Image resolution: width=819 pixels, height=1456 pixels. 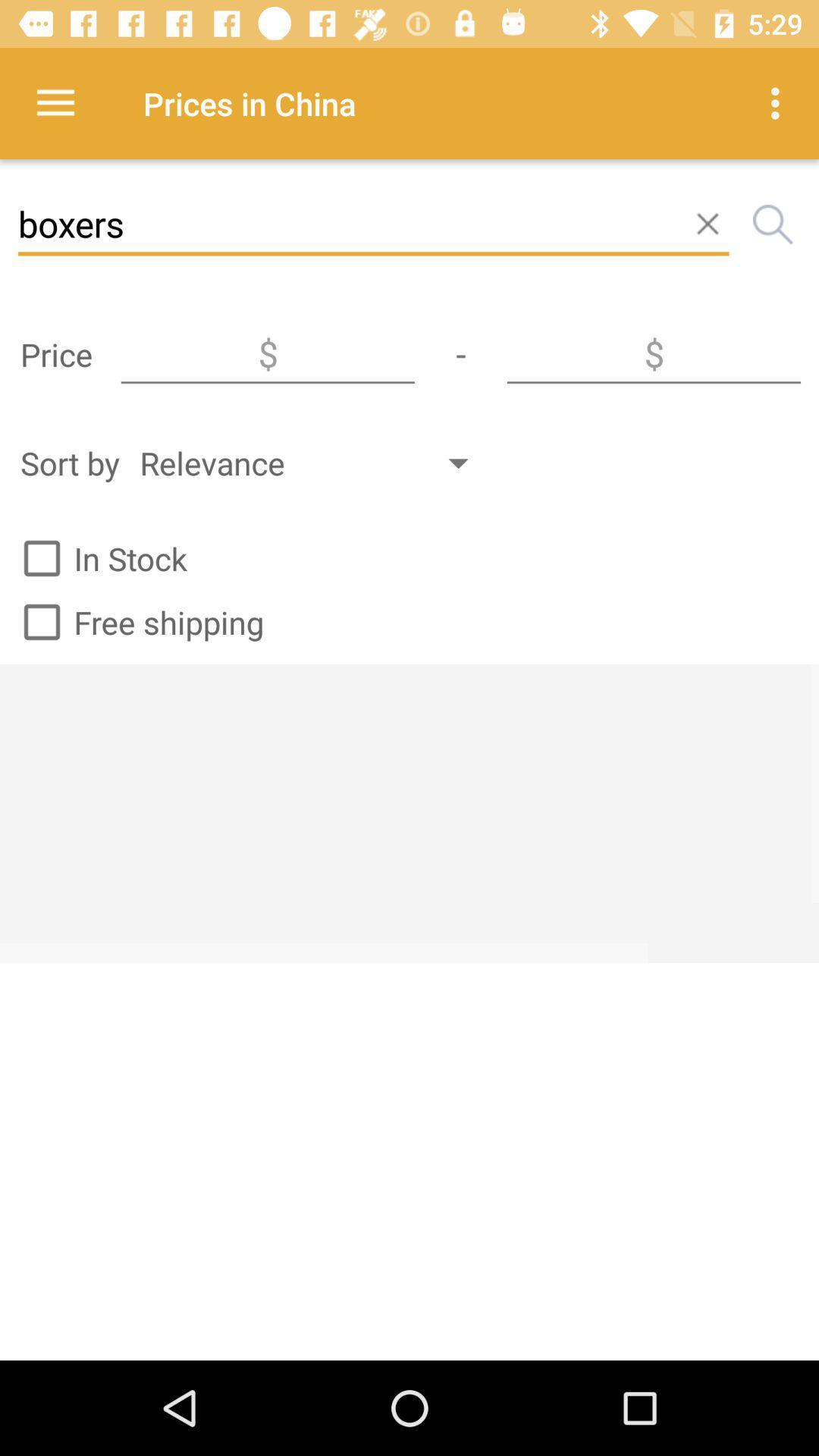 I want to click on the item to the right of boxers, so click(x=773, y=224).